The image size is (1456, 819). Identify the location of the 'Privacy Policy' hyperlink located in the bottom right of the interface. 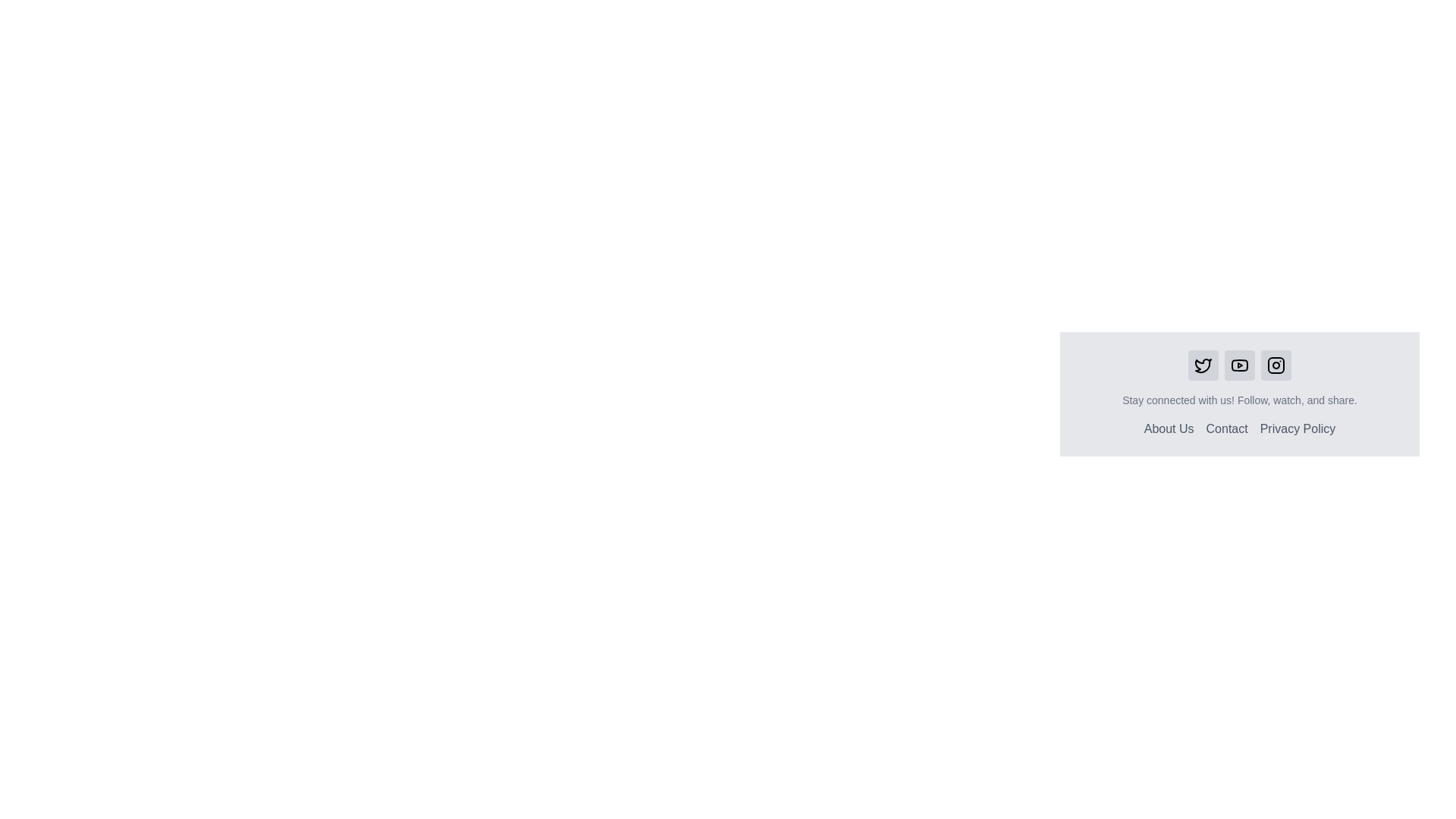
(1297, 428).